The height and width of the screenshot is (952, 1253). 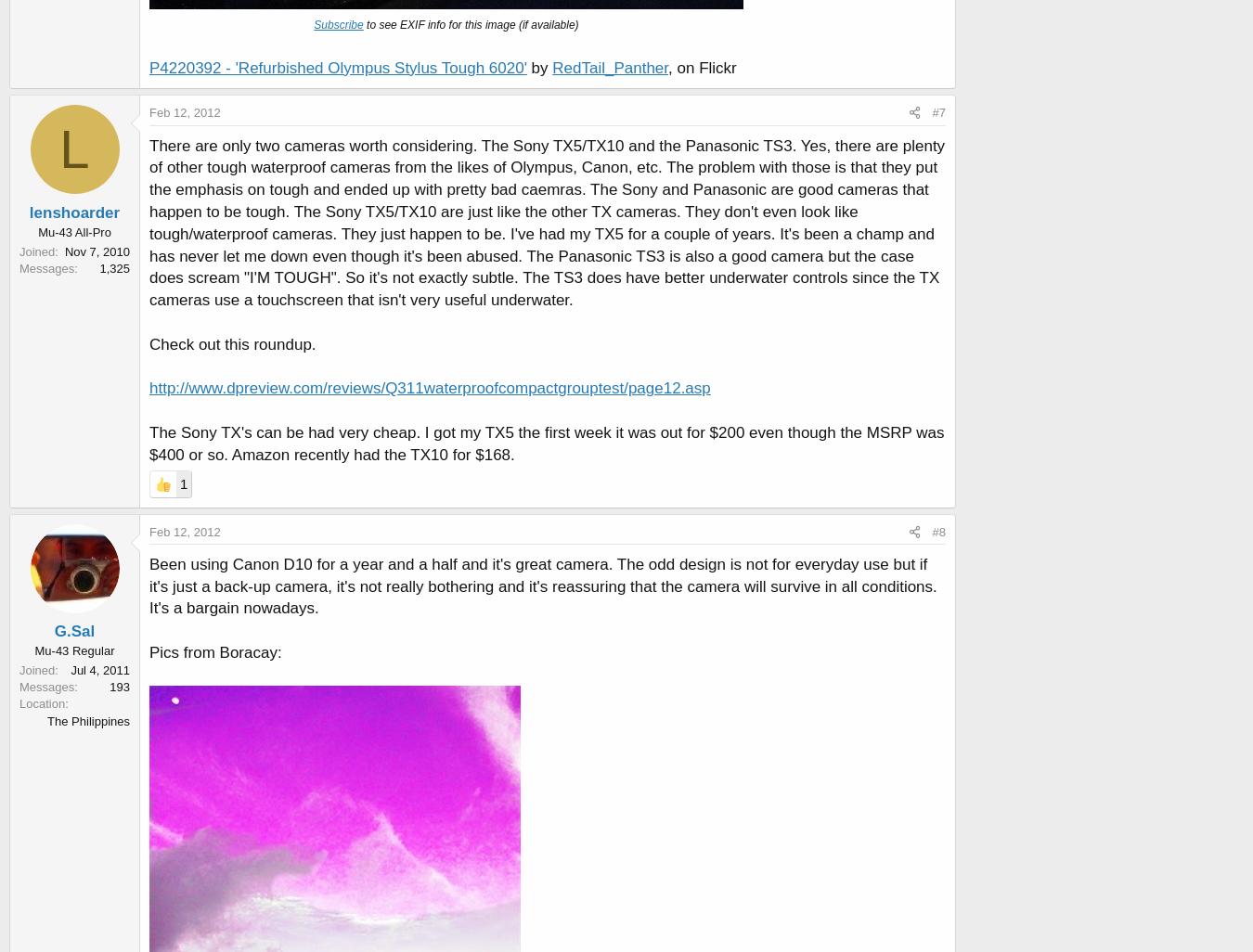 What do you see at coordinates (149, 342) in the screenshot?
I see `'Check out this roundup.'` at bounding box center [149, 342].